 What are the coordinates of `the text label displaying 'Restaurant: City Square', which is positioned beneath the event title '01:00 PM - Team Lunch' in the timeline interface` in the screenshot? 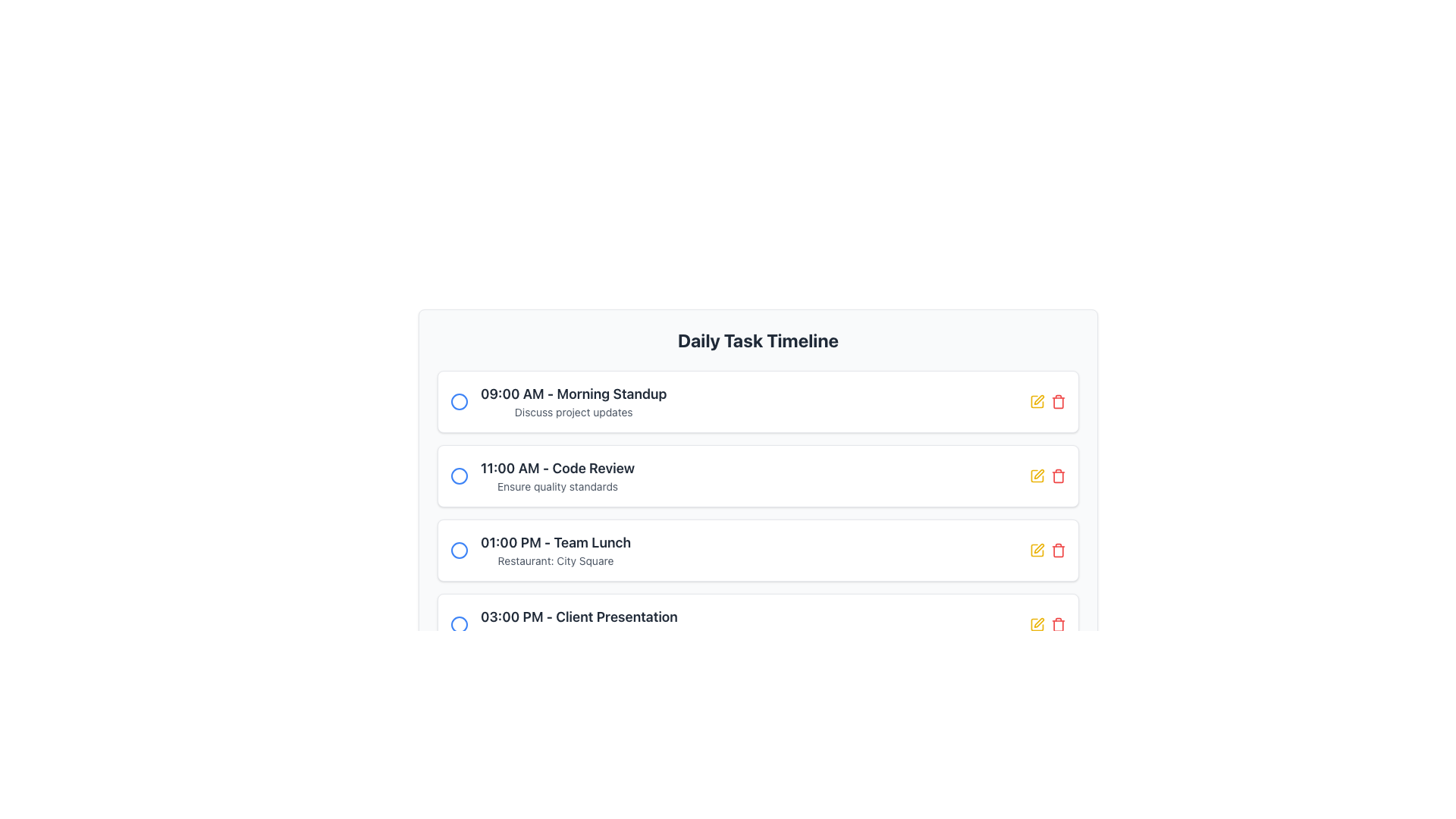 It's located at (555, 561).